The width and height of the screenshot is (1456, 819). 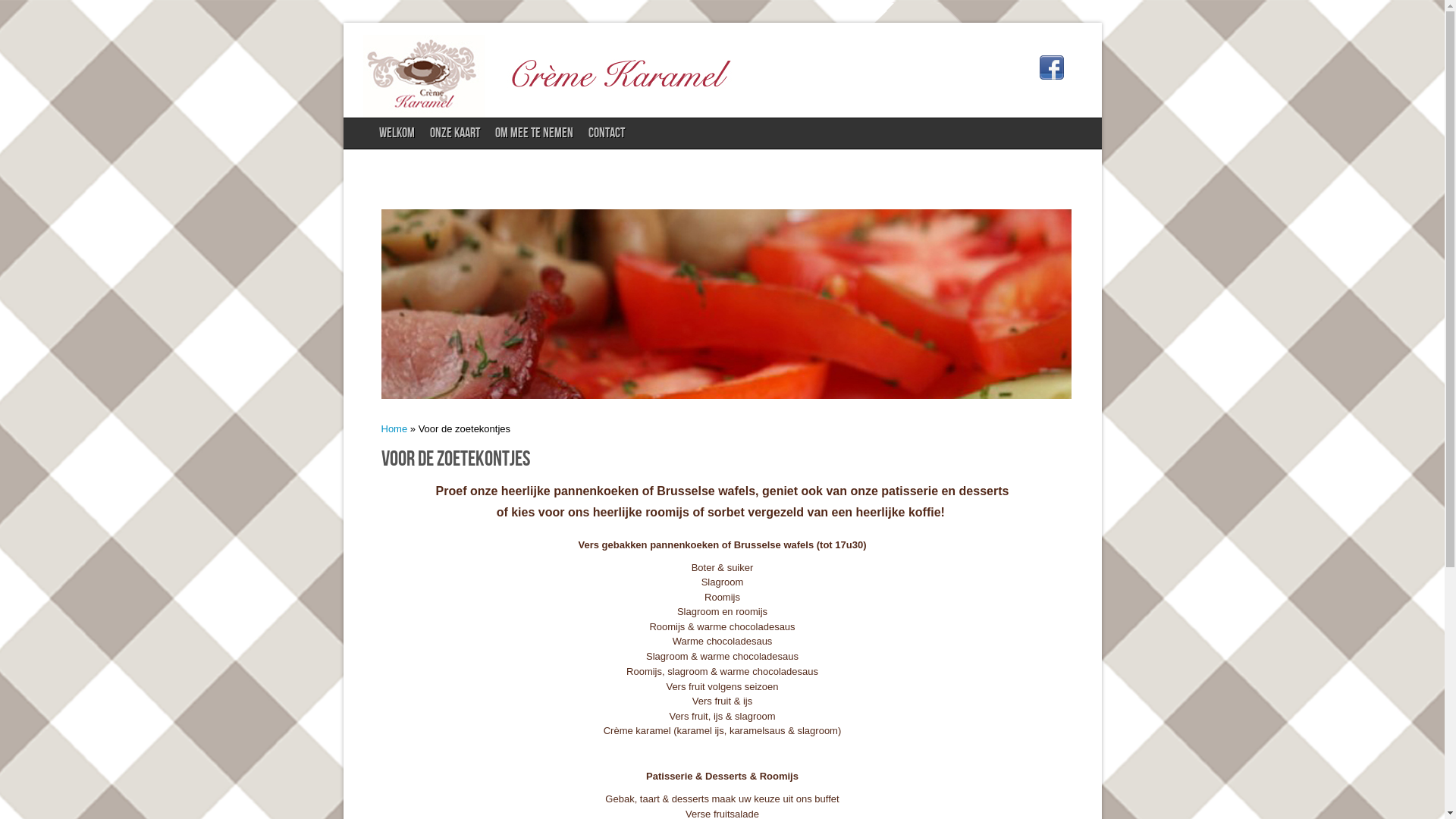 What do you see at coordinates (534, 133) in the screenshot?
I see `'OM MEE TE NEMEN'` at bounding box center [534, 133].